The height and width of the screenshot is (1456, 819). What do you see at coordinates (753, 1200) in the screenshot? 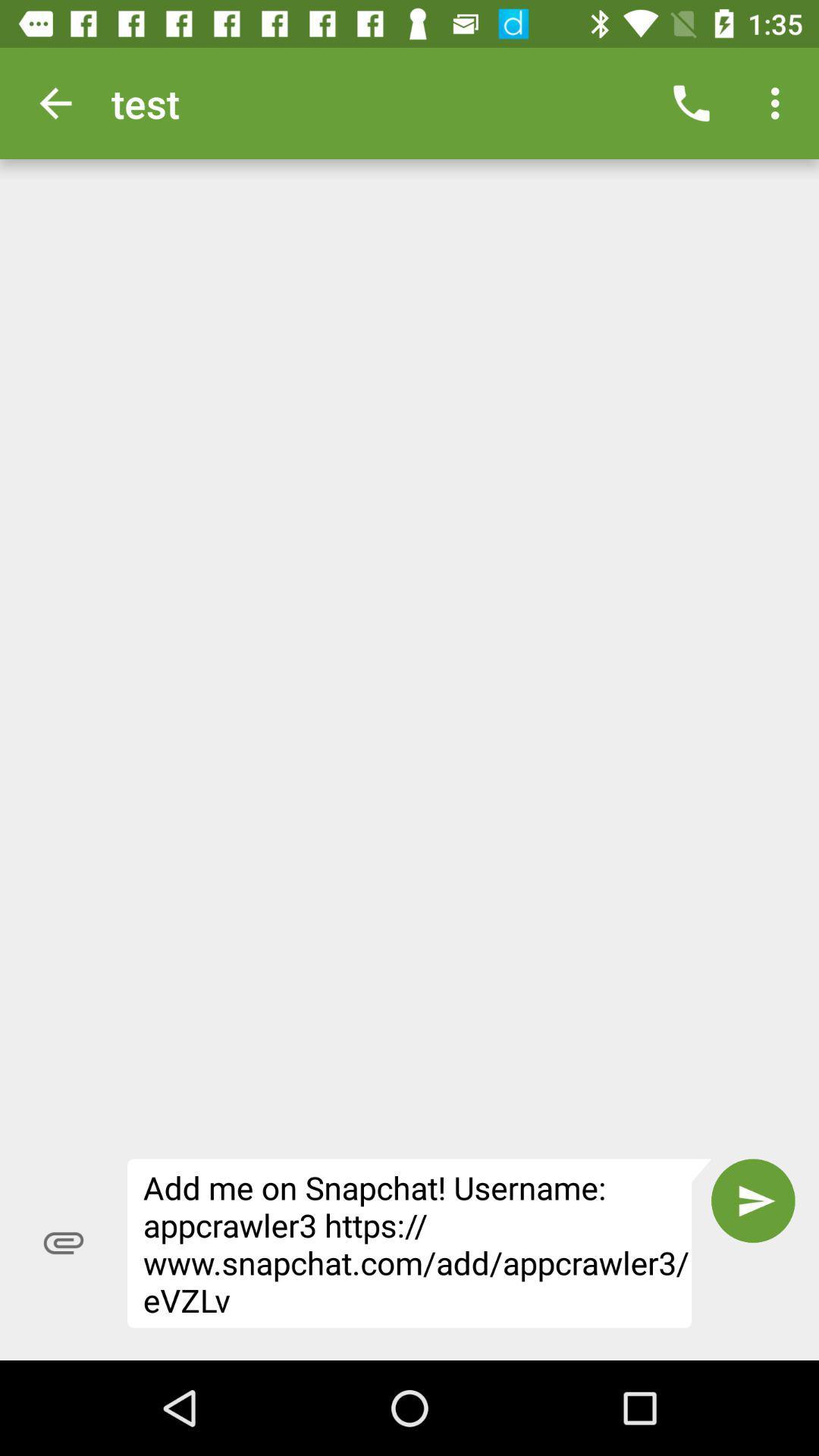
I see `the icon next to the add me on icon` at bounding box center [753, 1200].